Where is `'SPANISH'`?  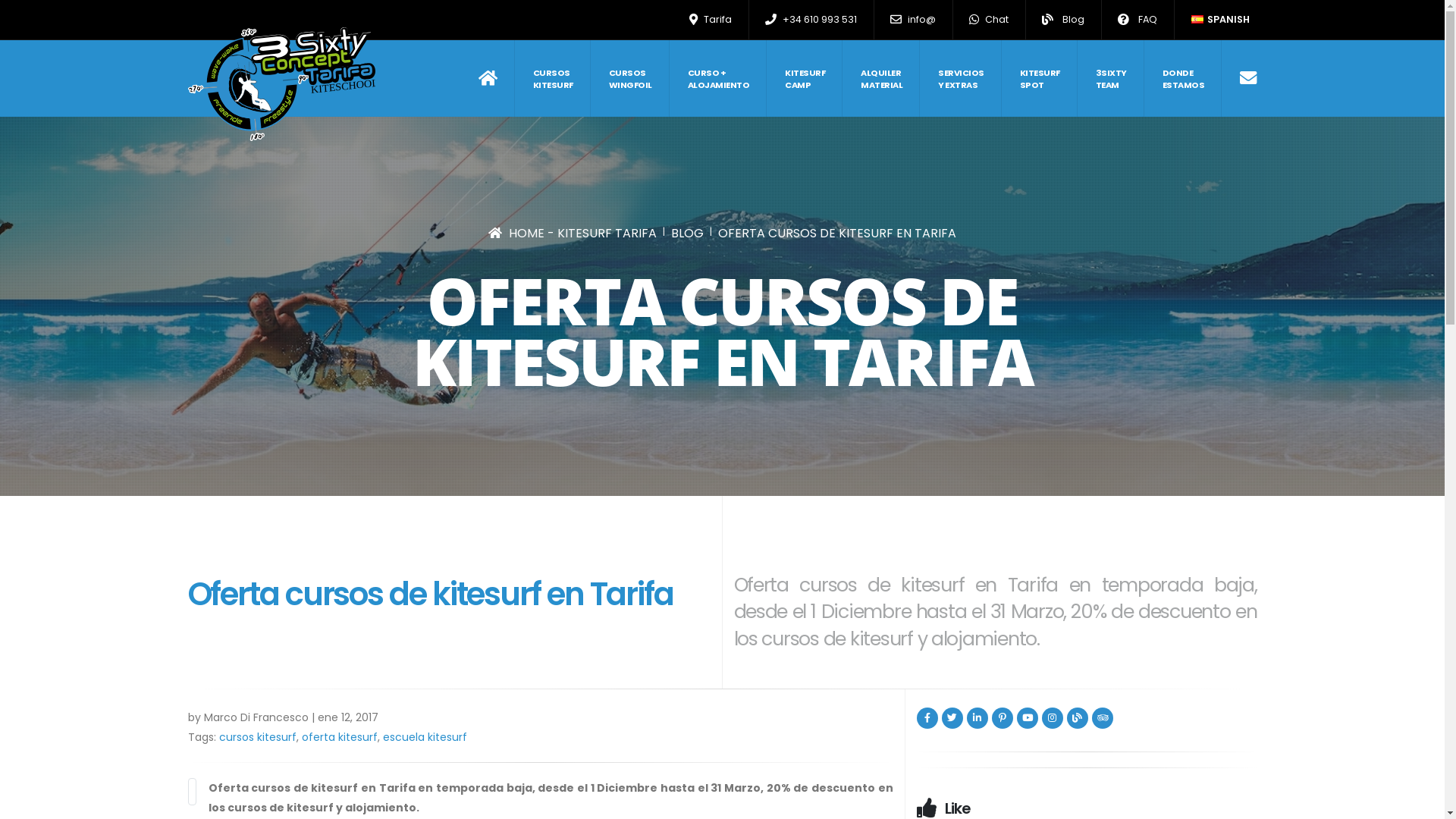 'SPANISH' is located at coordinates (1219, 20).